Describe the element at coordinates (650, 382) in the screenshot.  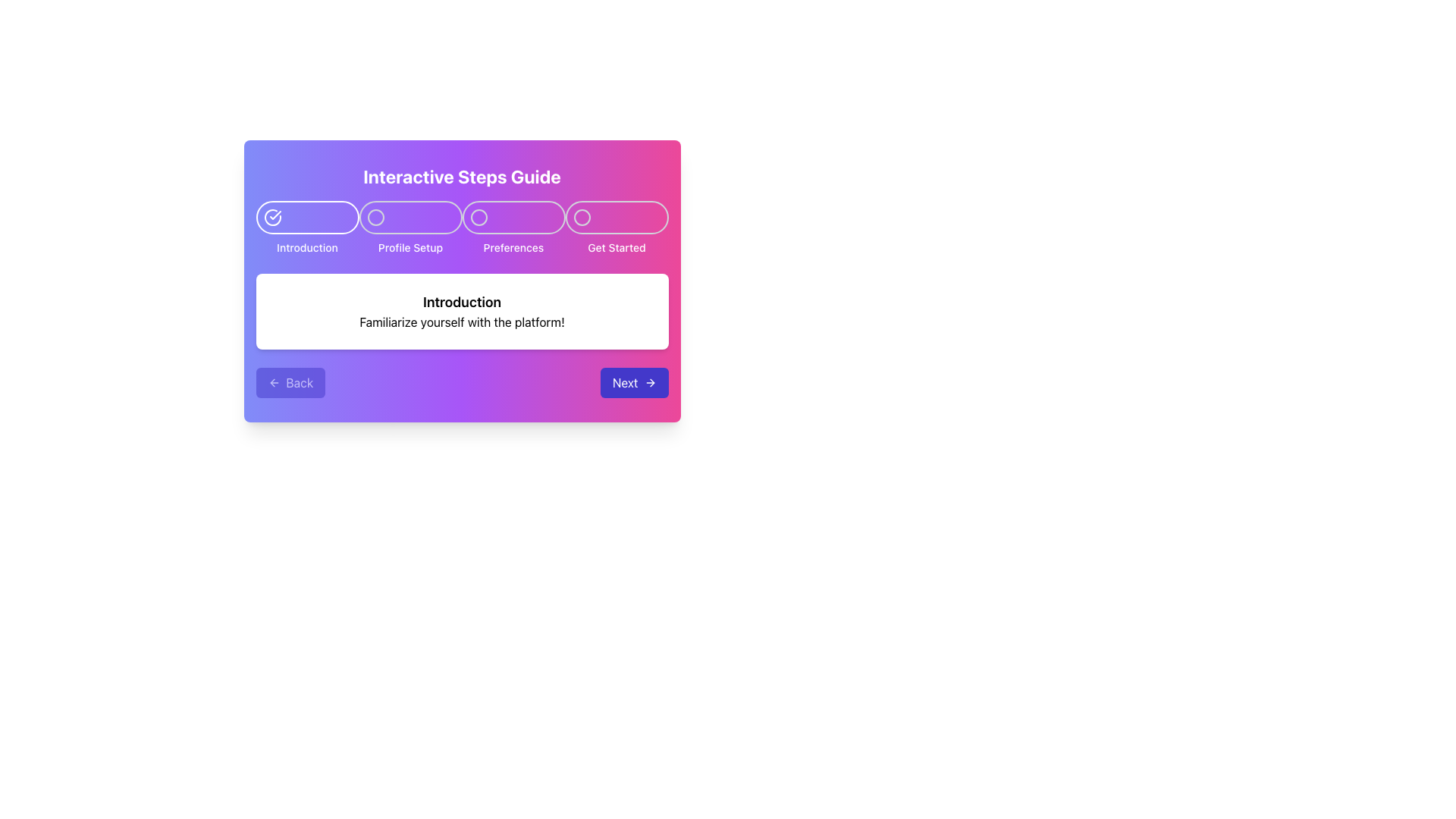
I see `the 'Next' button that contains the arrow icon located at the rightmost end of the button` at that location.